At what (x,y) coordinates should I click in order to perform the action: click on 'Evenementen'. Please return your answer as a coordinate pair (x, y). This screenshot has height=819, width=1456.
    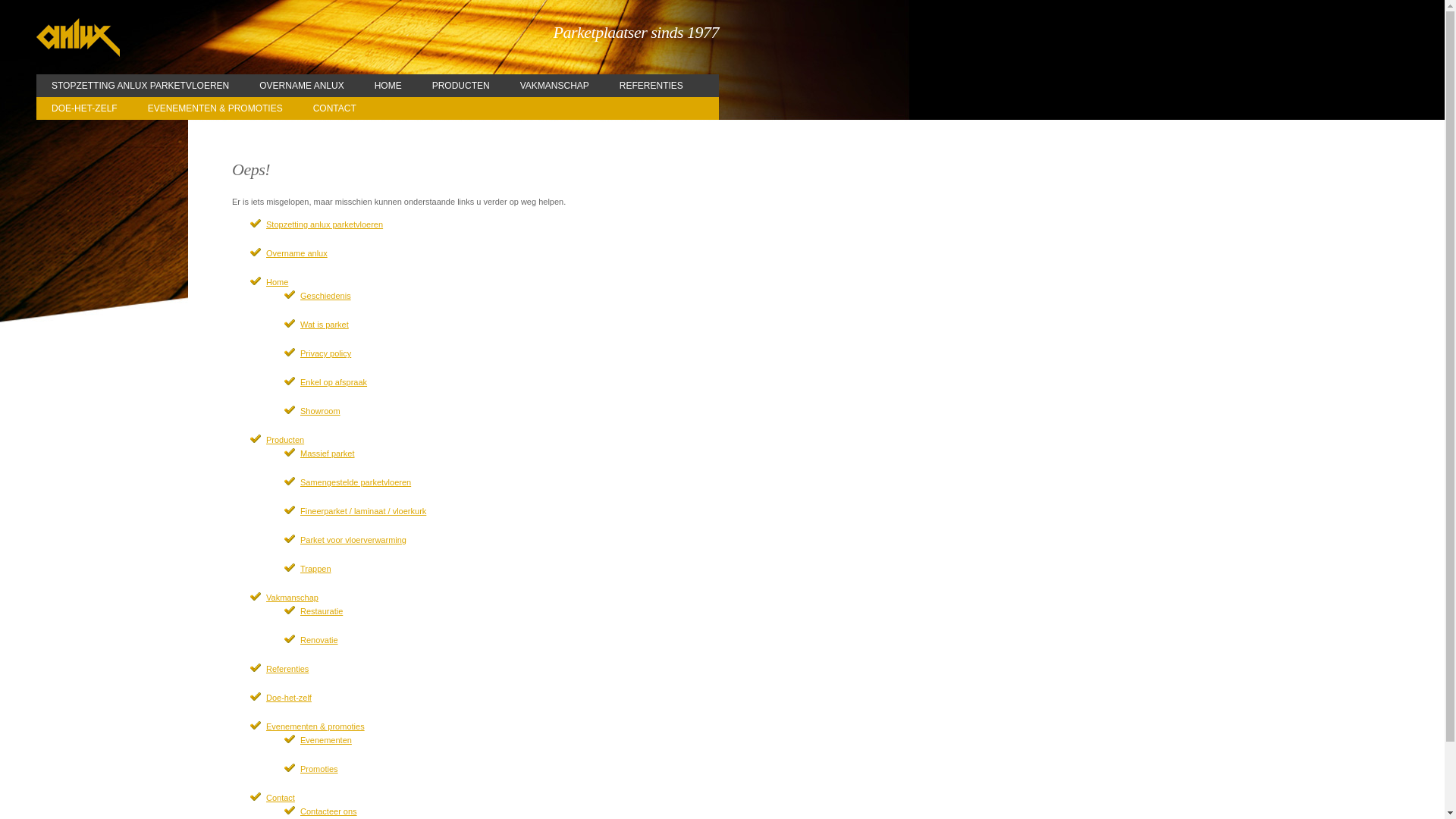
    Looking at the image, I should click on (325, 739).